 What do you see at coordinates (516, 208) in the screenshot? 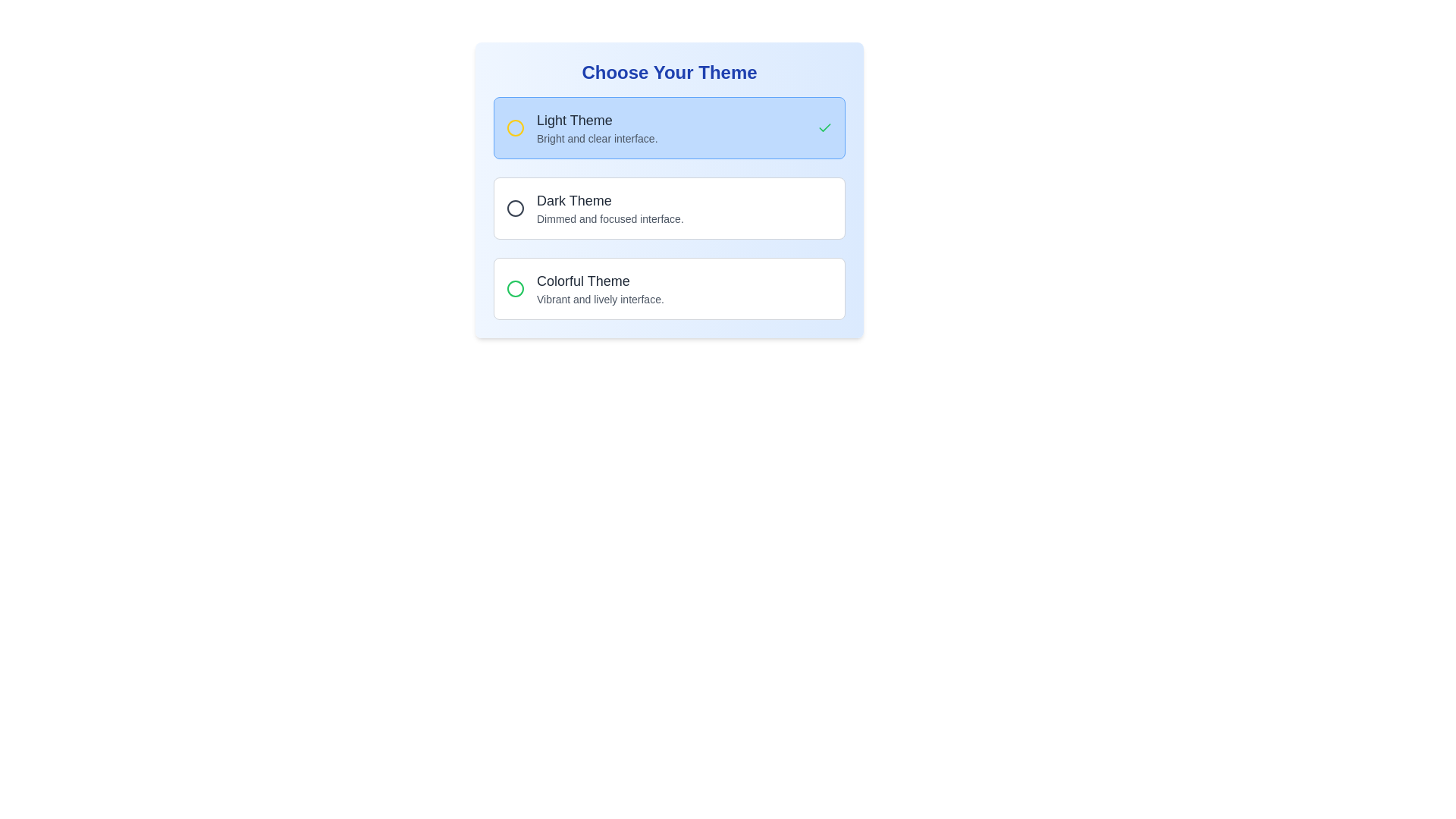
I see `the Option Indicator` at bounding box center [516, 208].